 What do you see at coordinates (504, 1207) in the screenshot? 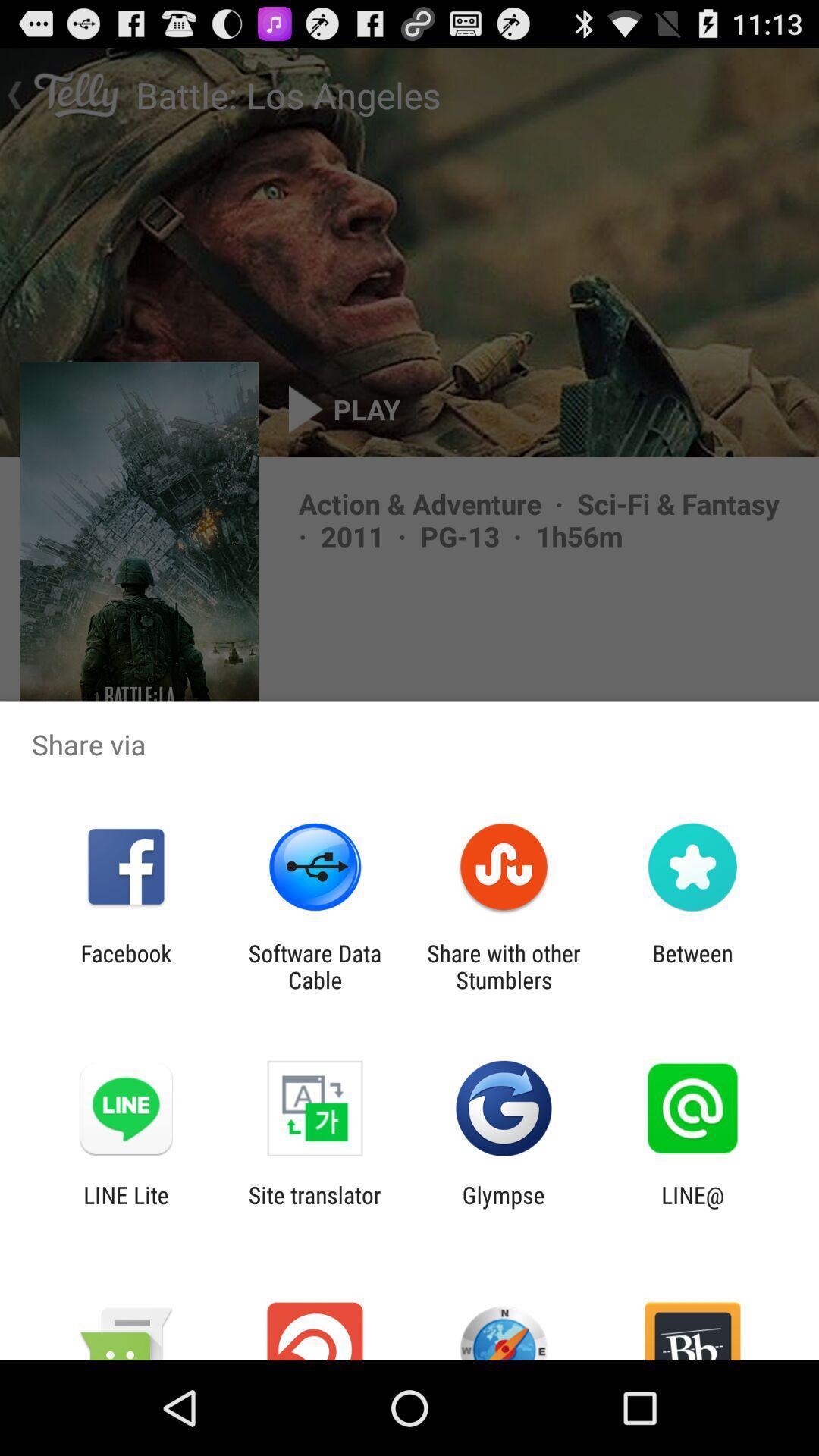
I see `the item to the left of the line@` at bounding box center [504, 1207].